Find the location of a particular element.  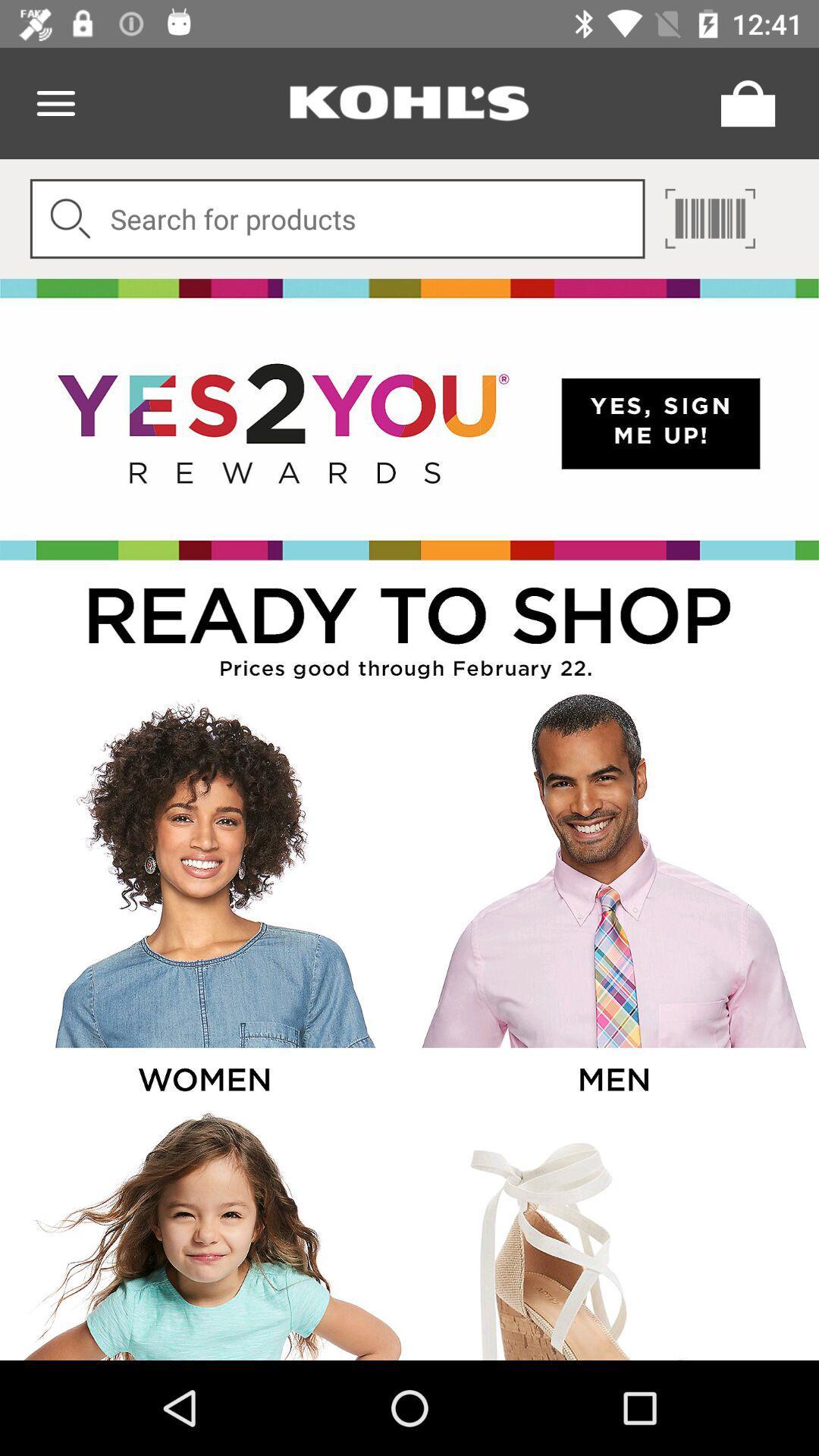

opens the cart is located at coordinates (743, 102).